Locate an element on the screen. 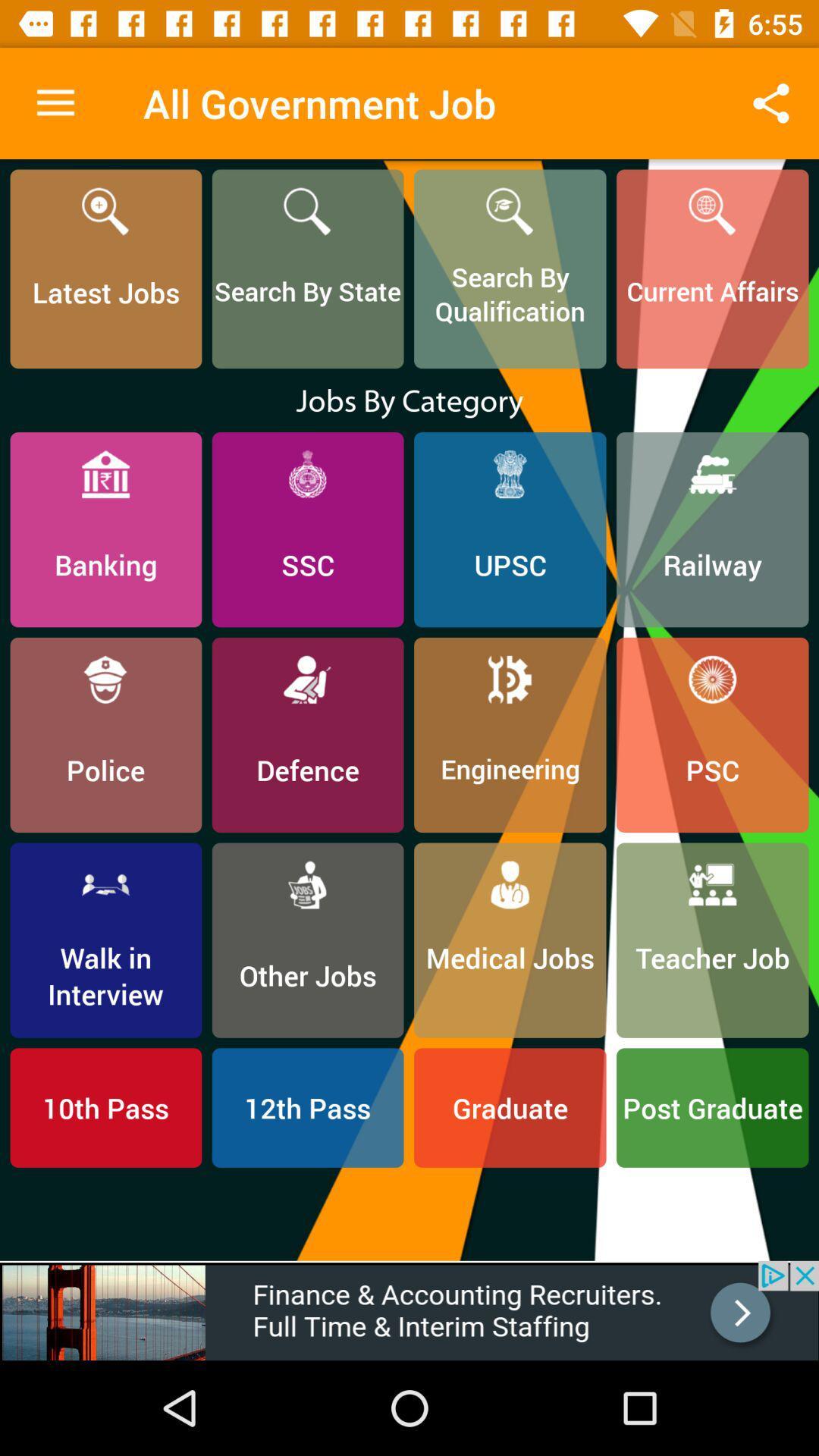  adiveristment is located at coordinates (409, 1310).